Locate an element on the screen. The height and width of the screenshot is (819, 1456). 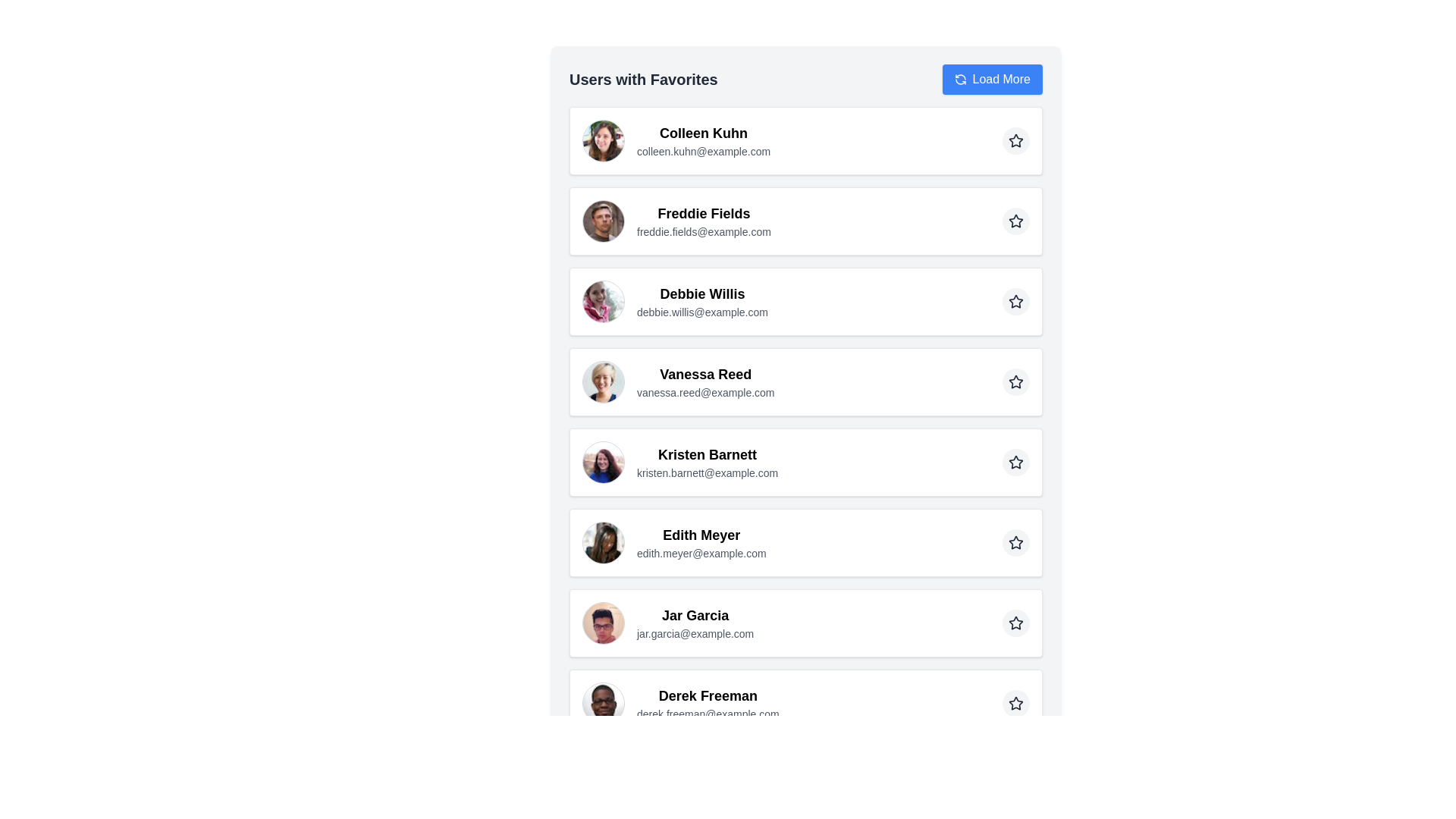
the circular avatar image of Debbie Willis, which is located left of her name and email in the user list is located at coordinates (603, 301).